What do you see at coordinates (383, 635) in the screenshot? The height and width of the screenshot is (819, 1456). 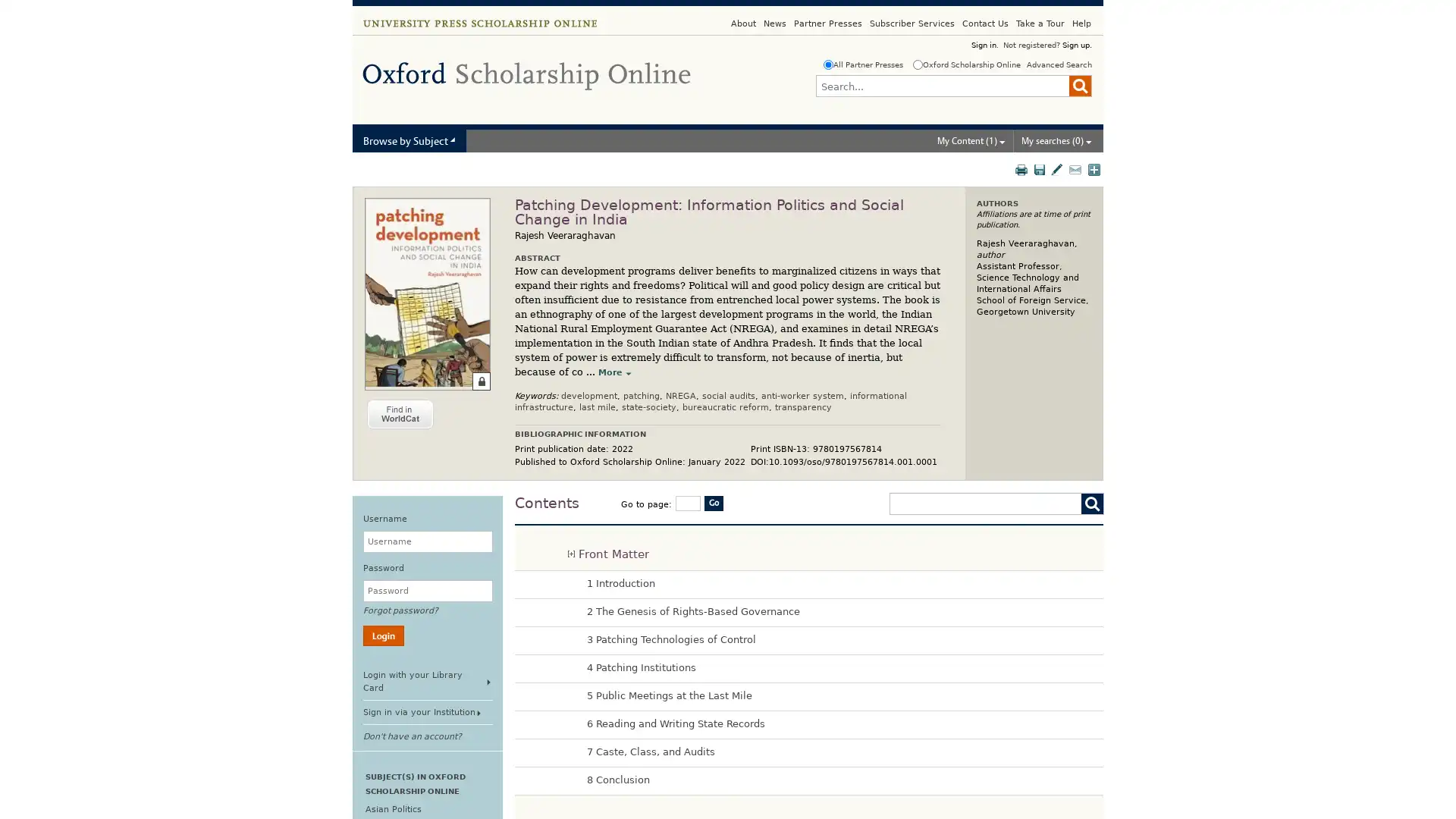 I see `Login` at bounding box center [383, 635].